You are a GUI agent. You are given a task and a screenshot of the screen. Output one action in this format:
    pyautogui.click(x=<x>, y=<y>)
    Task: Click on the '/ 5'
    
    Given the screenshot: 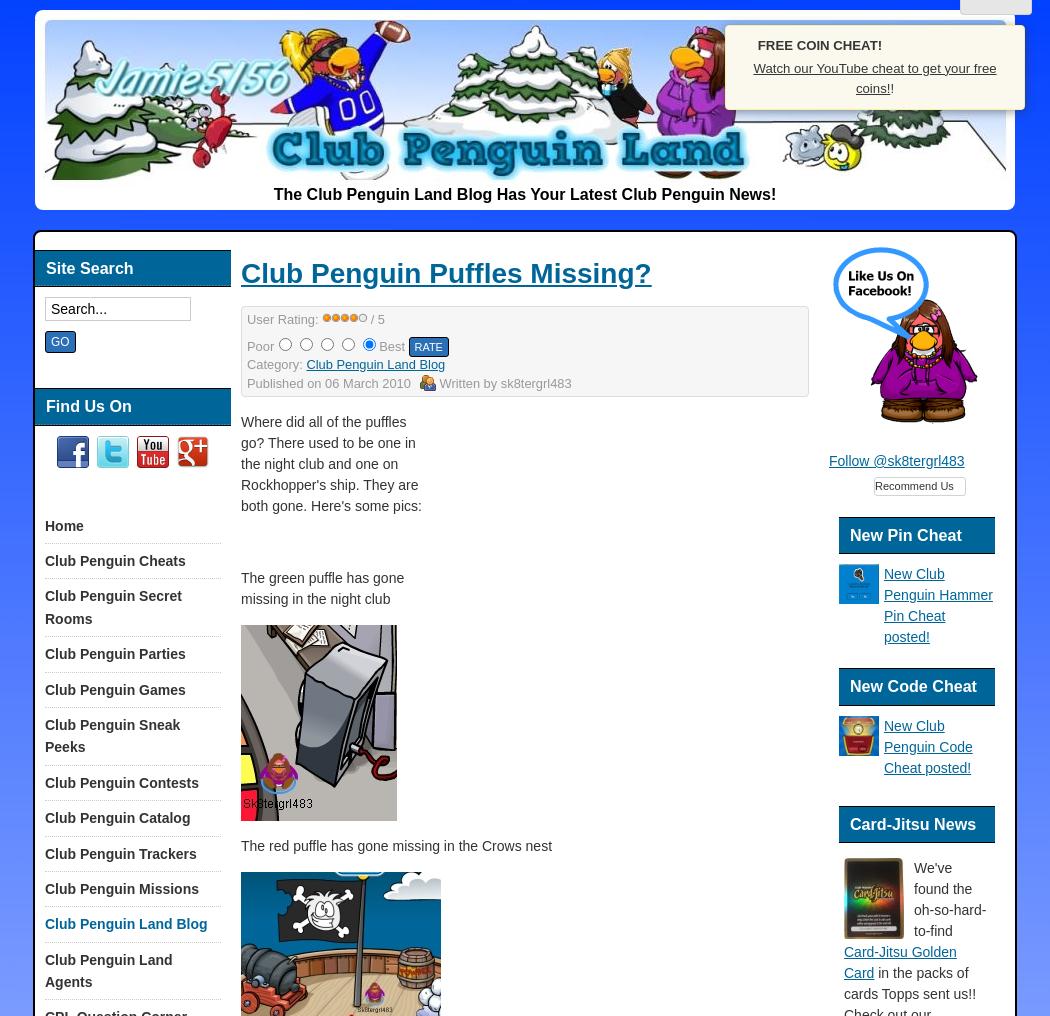 What is the action you would take?
    pyautogui.click(x=365, y=318)
    